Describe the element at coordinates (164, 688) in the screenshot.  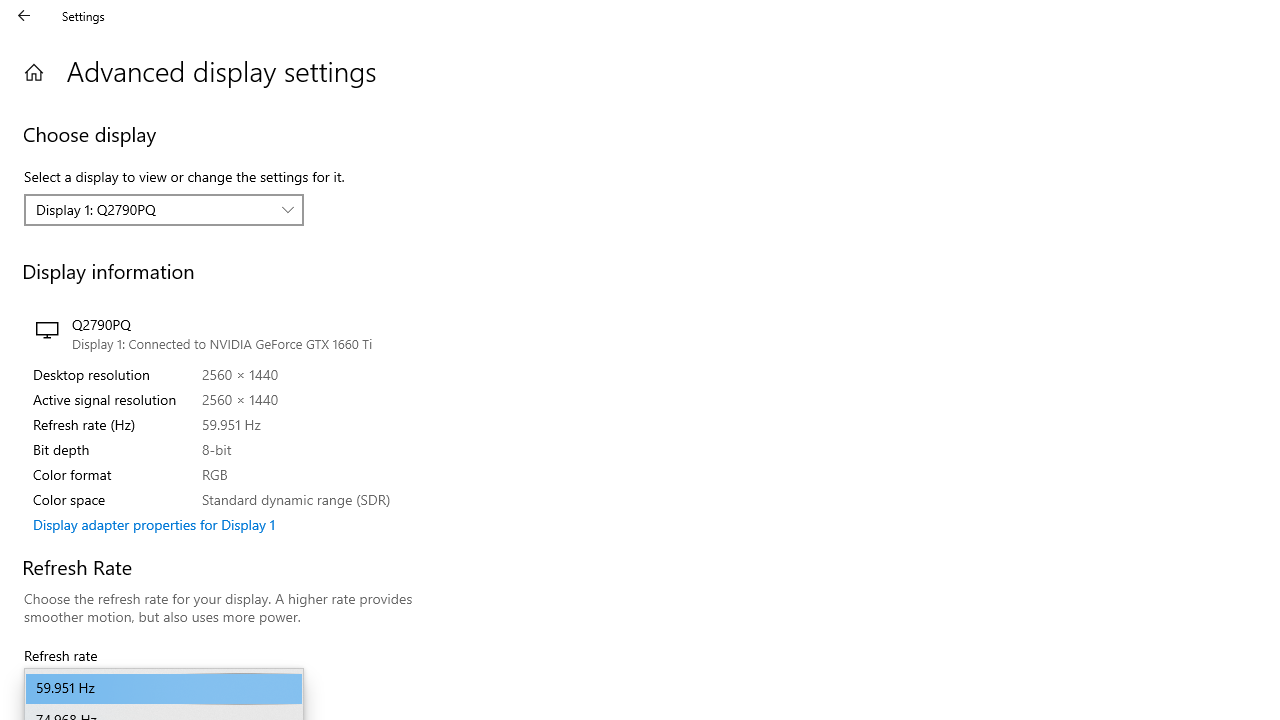
I see `'Refresh rate'` at that location.